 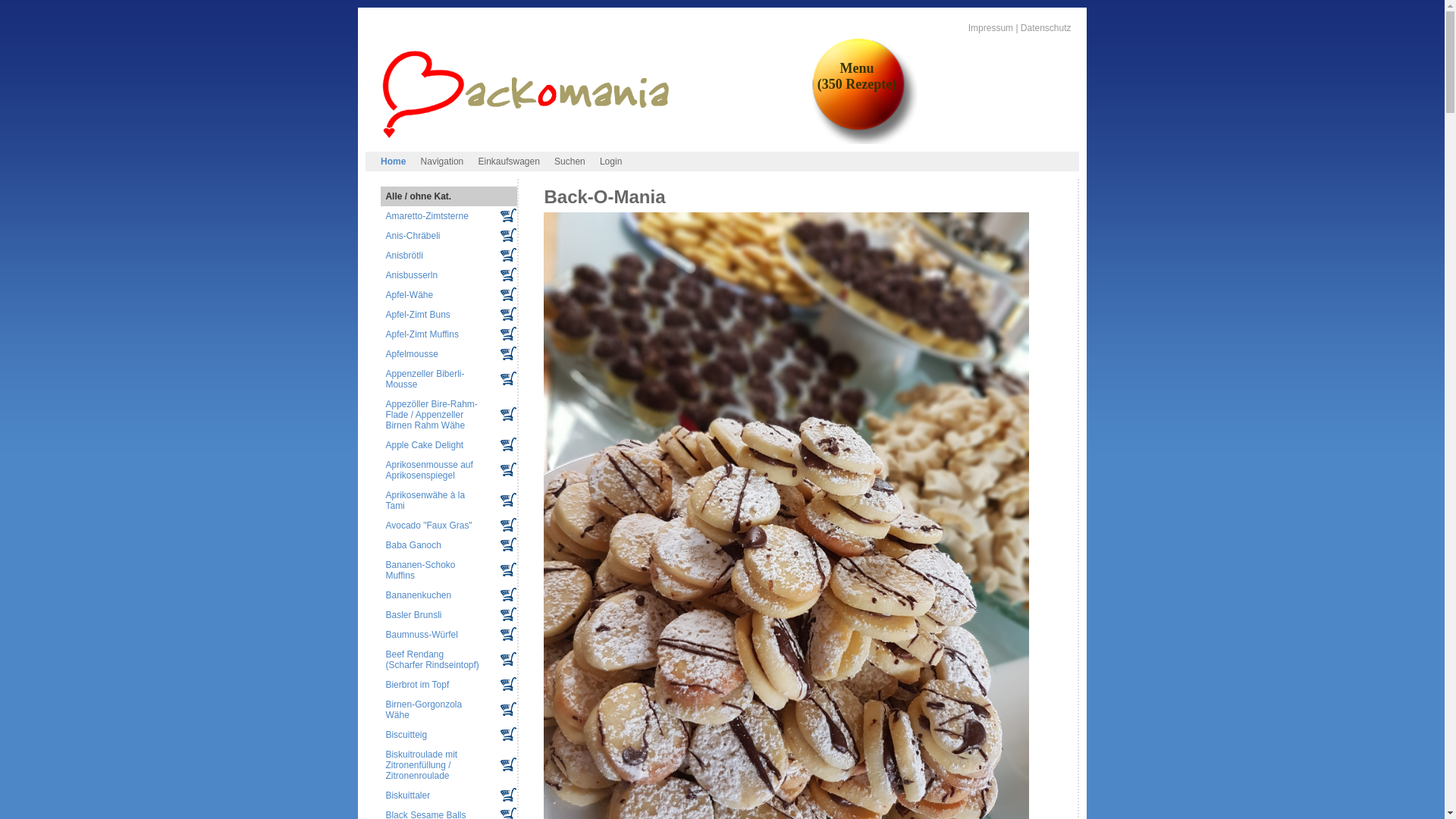 What do you see at coordinates (428, 525) in the screenshot?
I see `'Avocado "Faux Gras"'` at bounding box center [428, 525].